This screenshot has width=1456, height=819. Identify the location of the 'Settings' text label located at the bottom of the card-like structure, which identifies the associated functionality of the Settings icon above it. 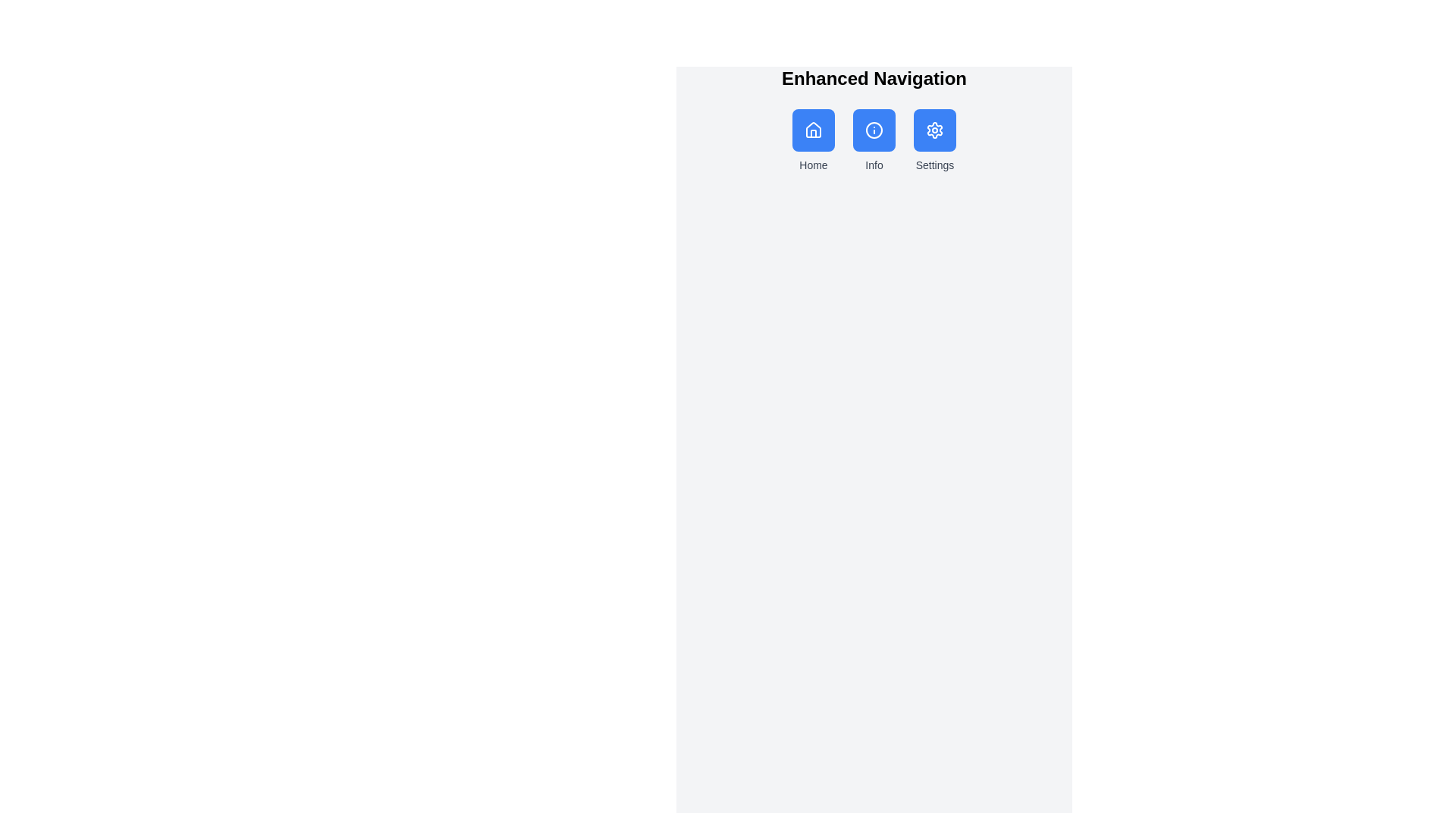
(934, 165).